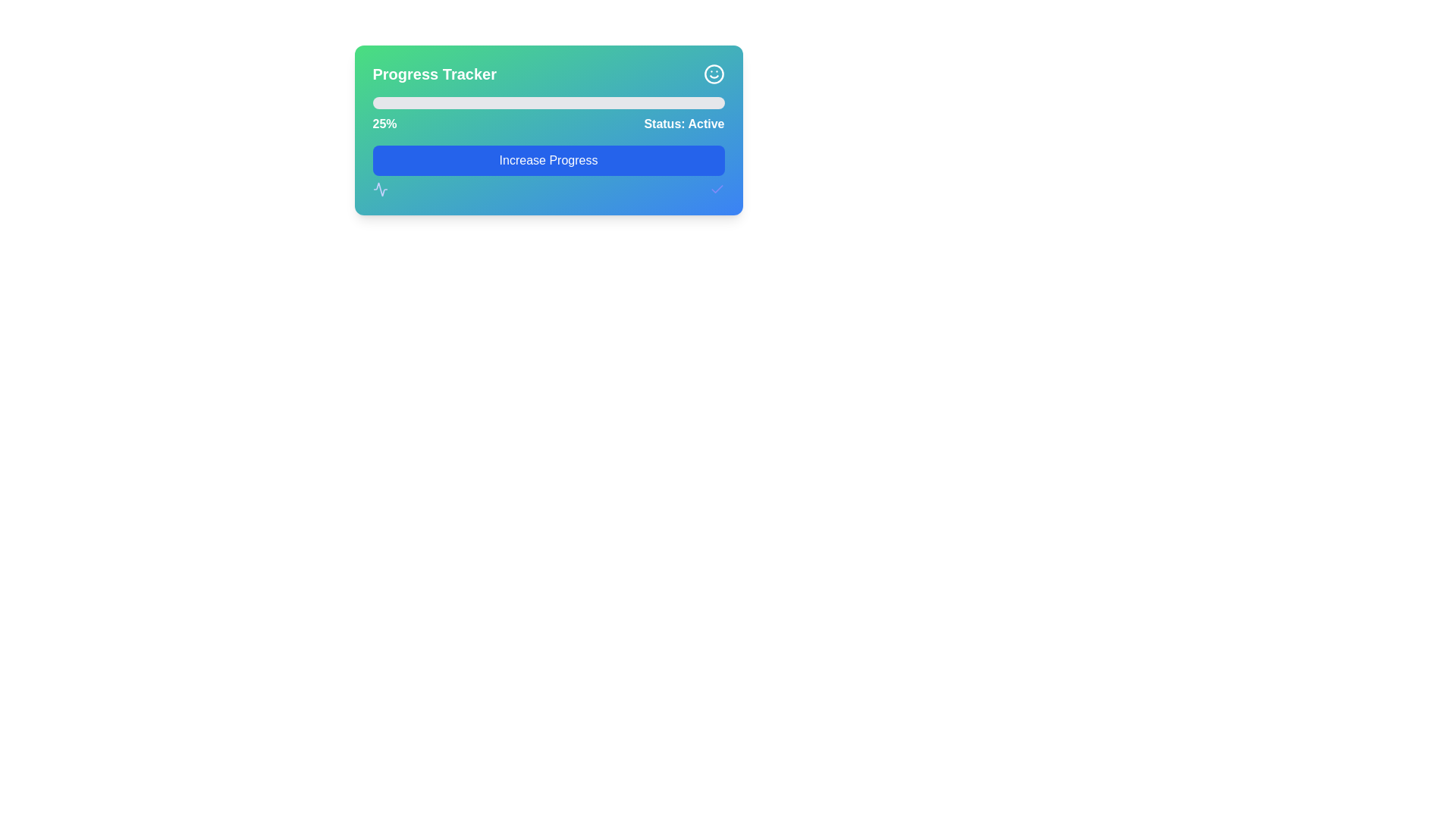 The image size is (1456, 819). Describe the element at coordinates (548, 130) in the screenshot. I see `the 'Increase Progress' button located in the Card component of the progress tracker, which features a gradient background and is centered at the bottom of the card` at that location.